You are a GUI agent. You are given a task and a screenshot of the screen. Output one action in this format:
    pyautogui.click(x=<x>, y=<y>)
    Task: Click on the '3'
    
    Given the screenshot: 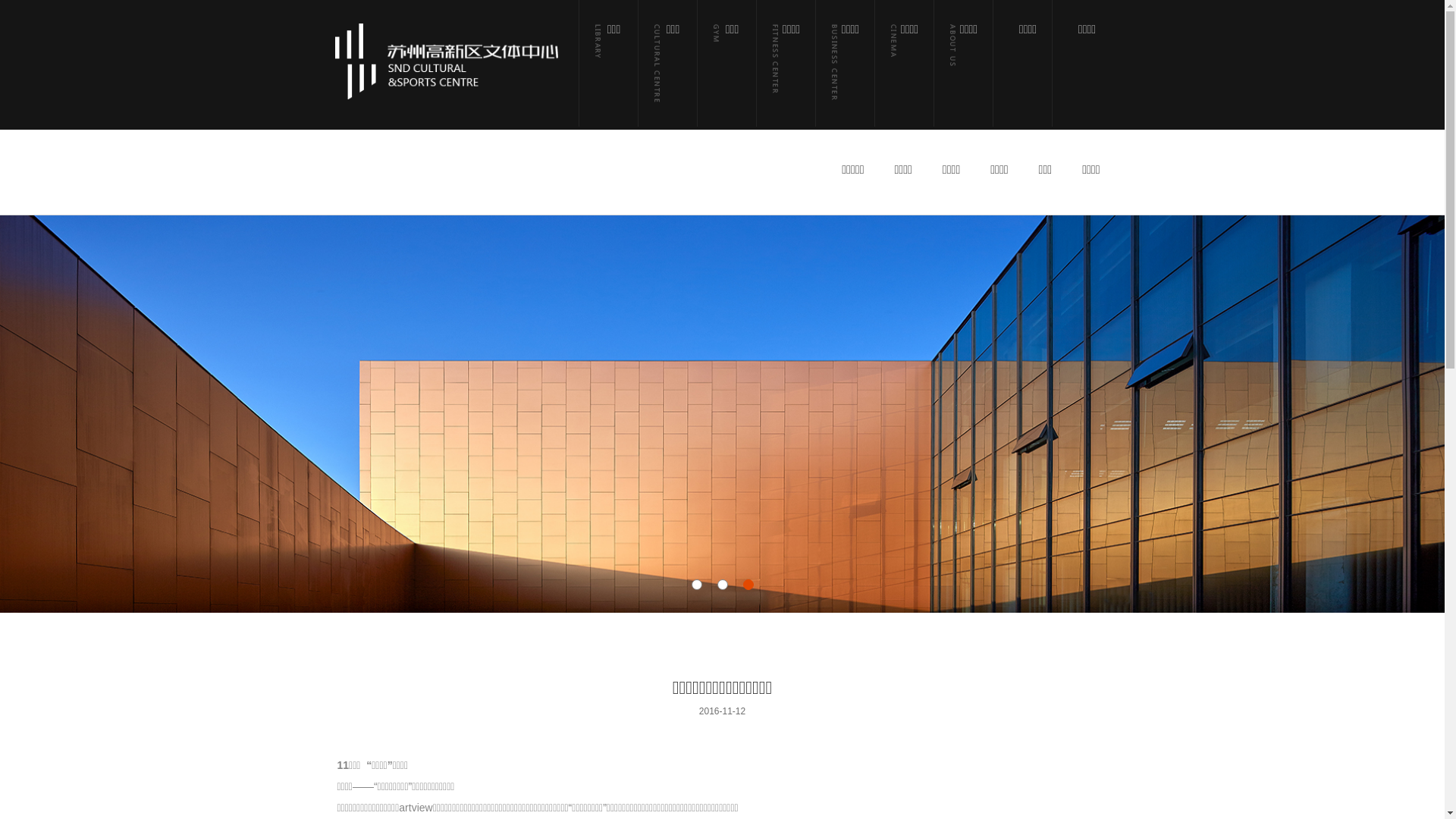 What is the action you would take?
    pyautogui.click(x=748, y=584)
    